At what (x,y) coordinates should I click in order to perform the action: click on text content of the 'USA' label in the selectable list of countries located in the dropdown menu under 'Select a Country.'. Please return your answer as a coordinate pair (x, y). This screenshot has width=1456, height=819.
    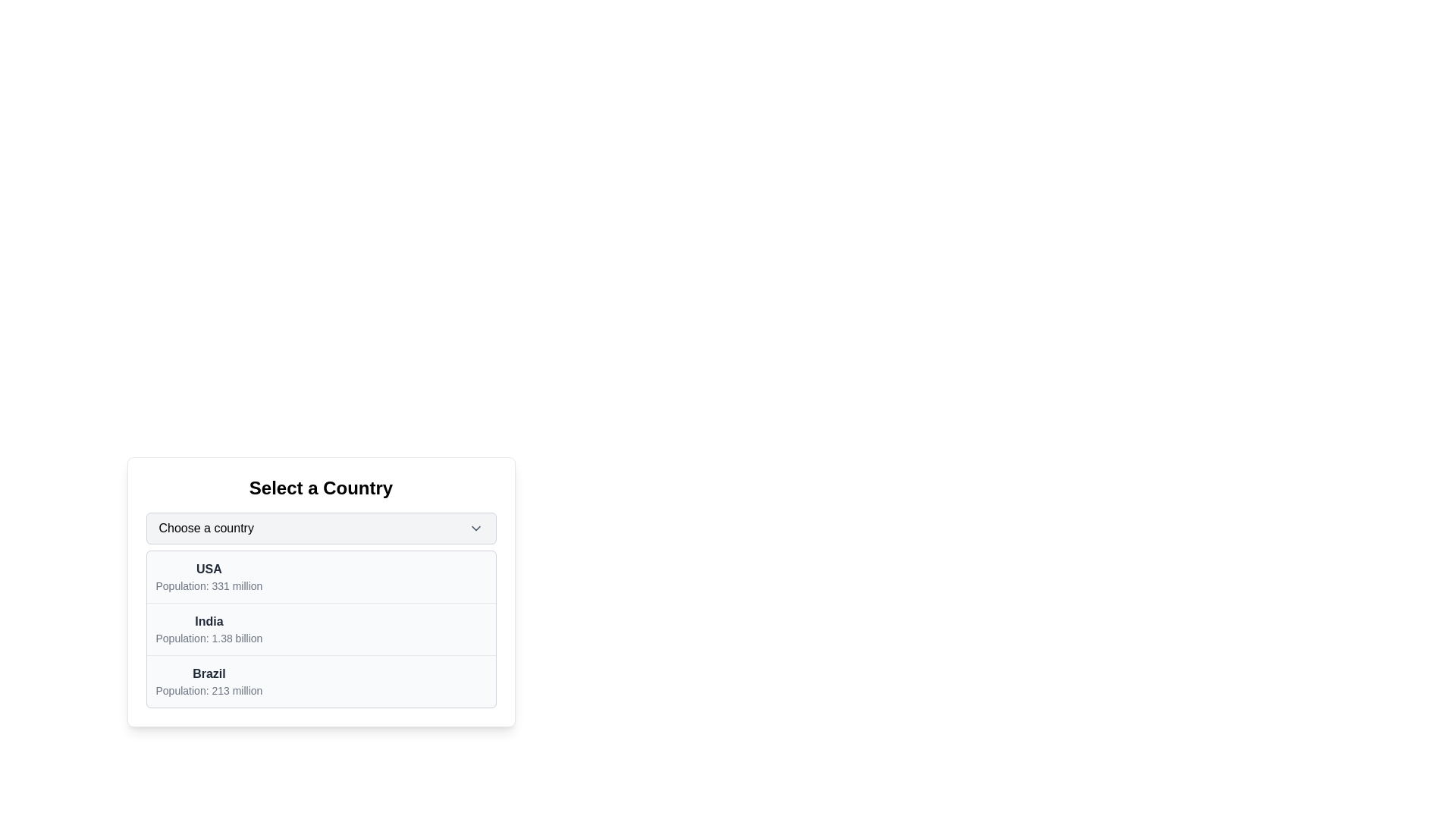
    Looking at the image, I should click on (208, 570).